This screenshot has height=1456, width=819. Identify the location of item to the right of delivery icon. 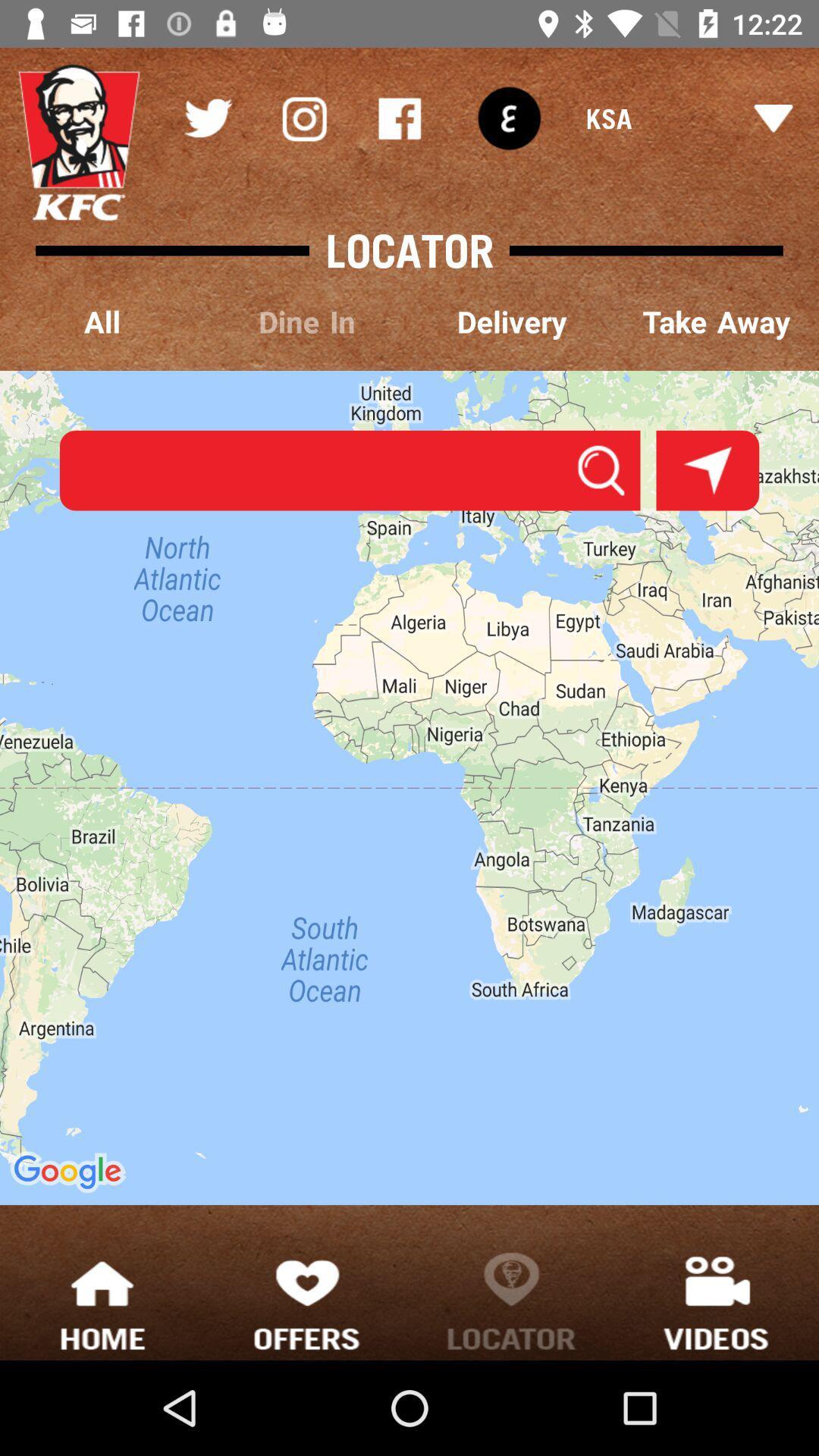
(717, 322).